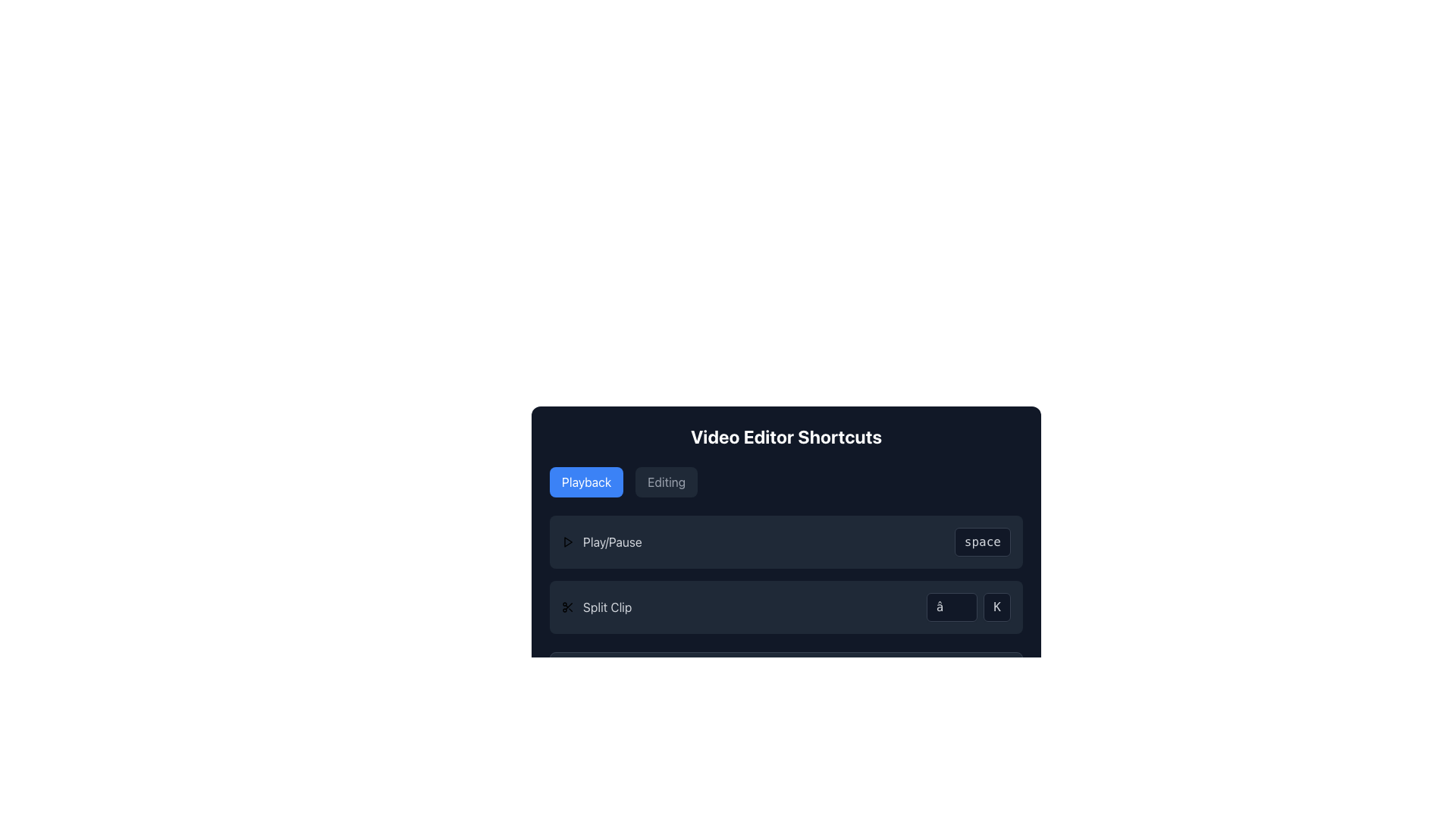  I want to click on the Icon (Scissors) located to the left of the 'Split Clip' text in the 'Video Editor Shortcuts' panel, so click(566, 607).